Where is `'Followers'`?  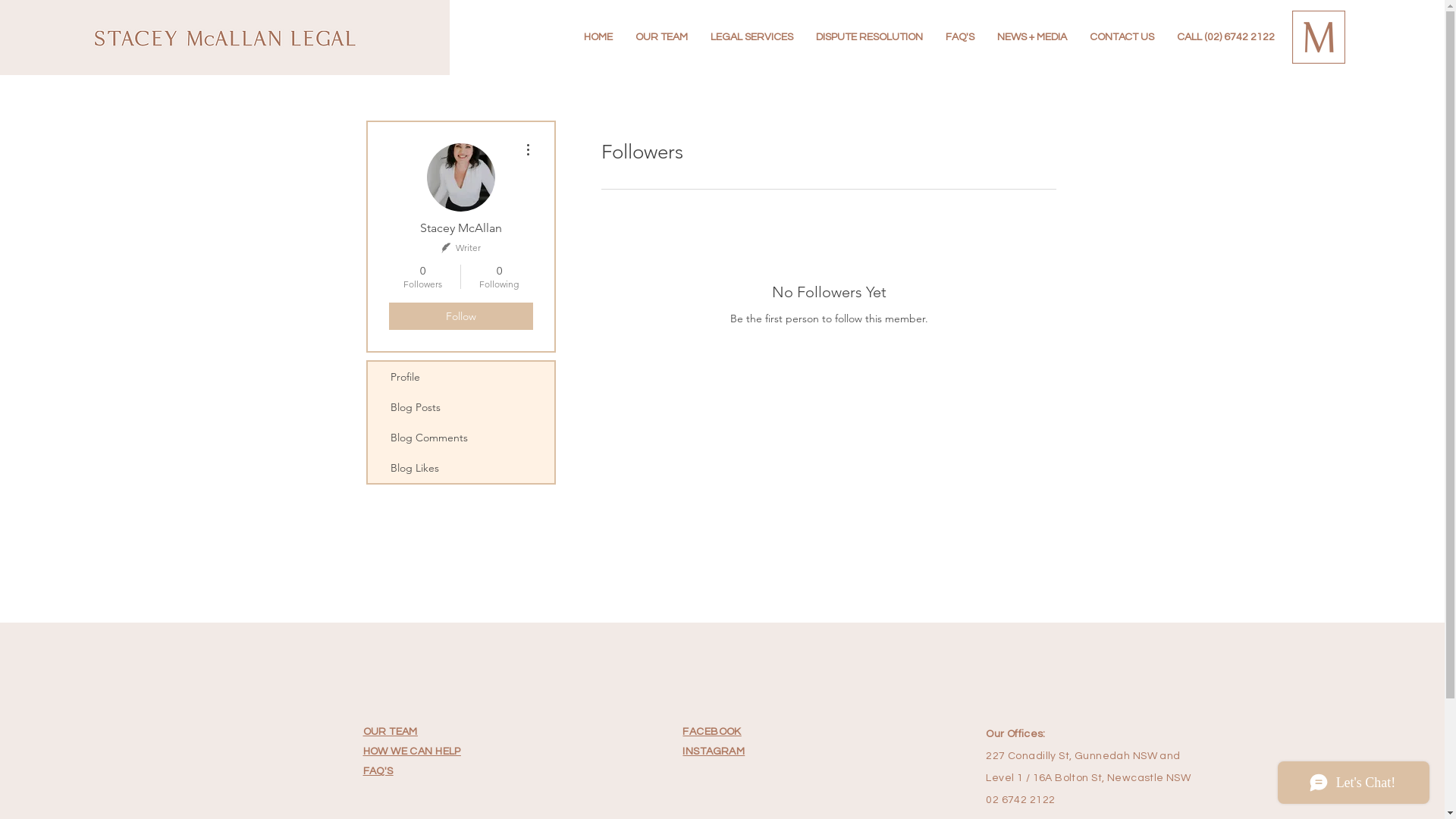 'Followers' is located at coordinates (577, 371).